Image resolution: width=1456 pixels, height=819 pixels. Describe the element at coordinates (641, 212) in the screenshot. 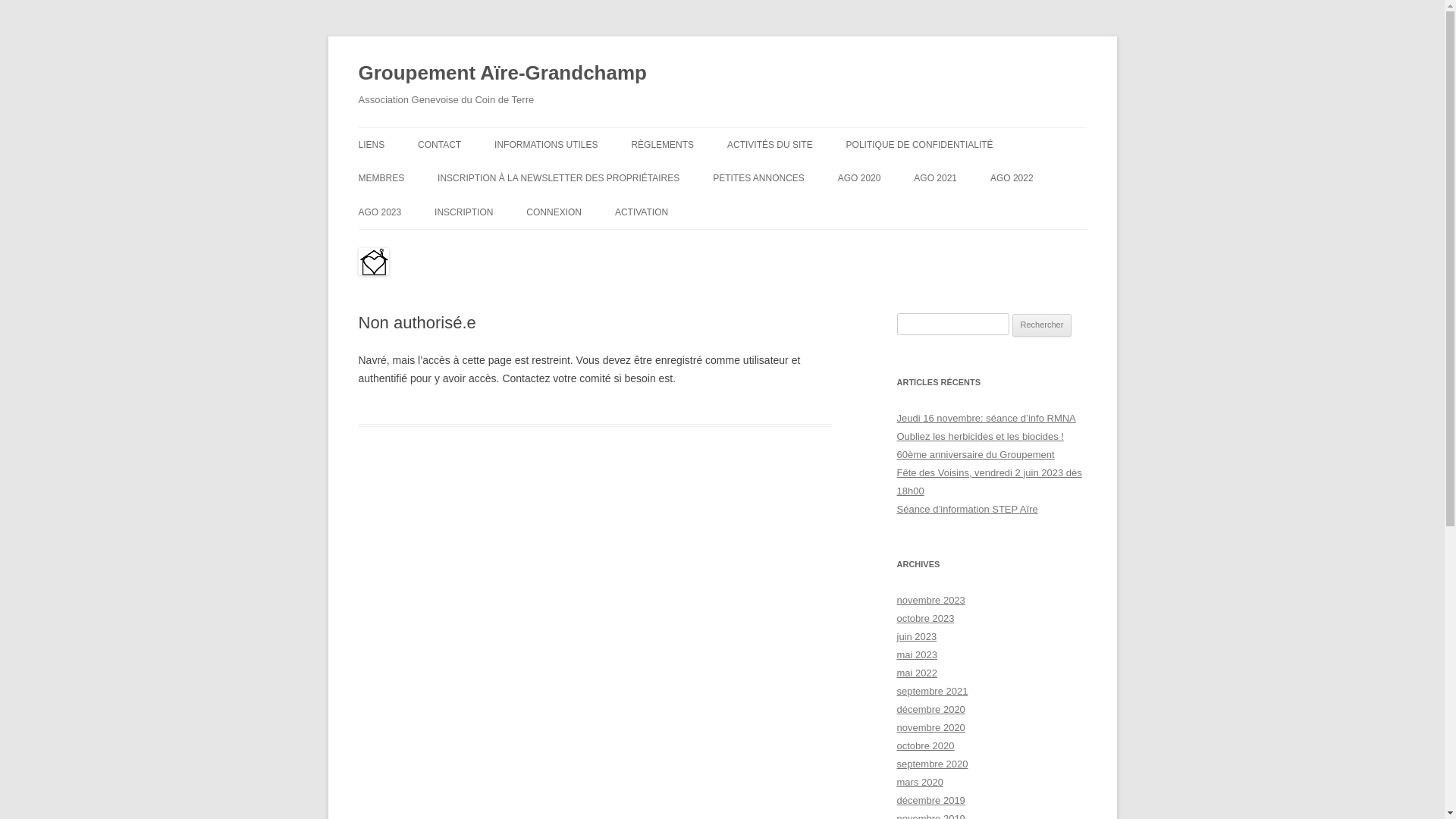

I see `'ACTIVATION'` at that location.